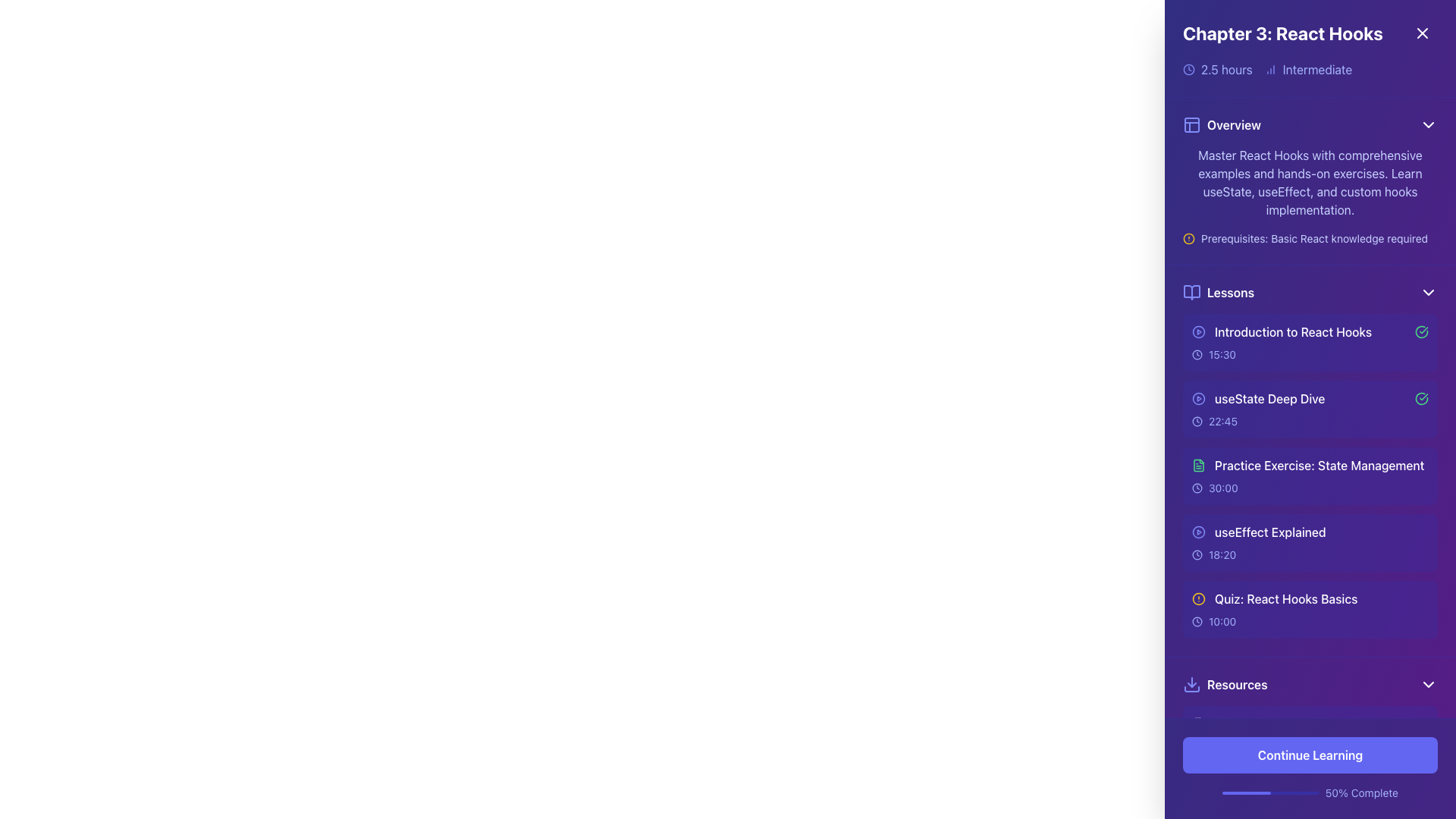 The image size is (1456, 819). What do you see at coordinates (1270, 532) in the screenshot?
I see `the text label indicating the lesson titled 'useEffect Explained'` at bounding box center [1270, 532].